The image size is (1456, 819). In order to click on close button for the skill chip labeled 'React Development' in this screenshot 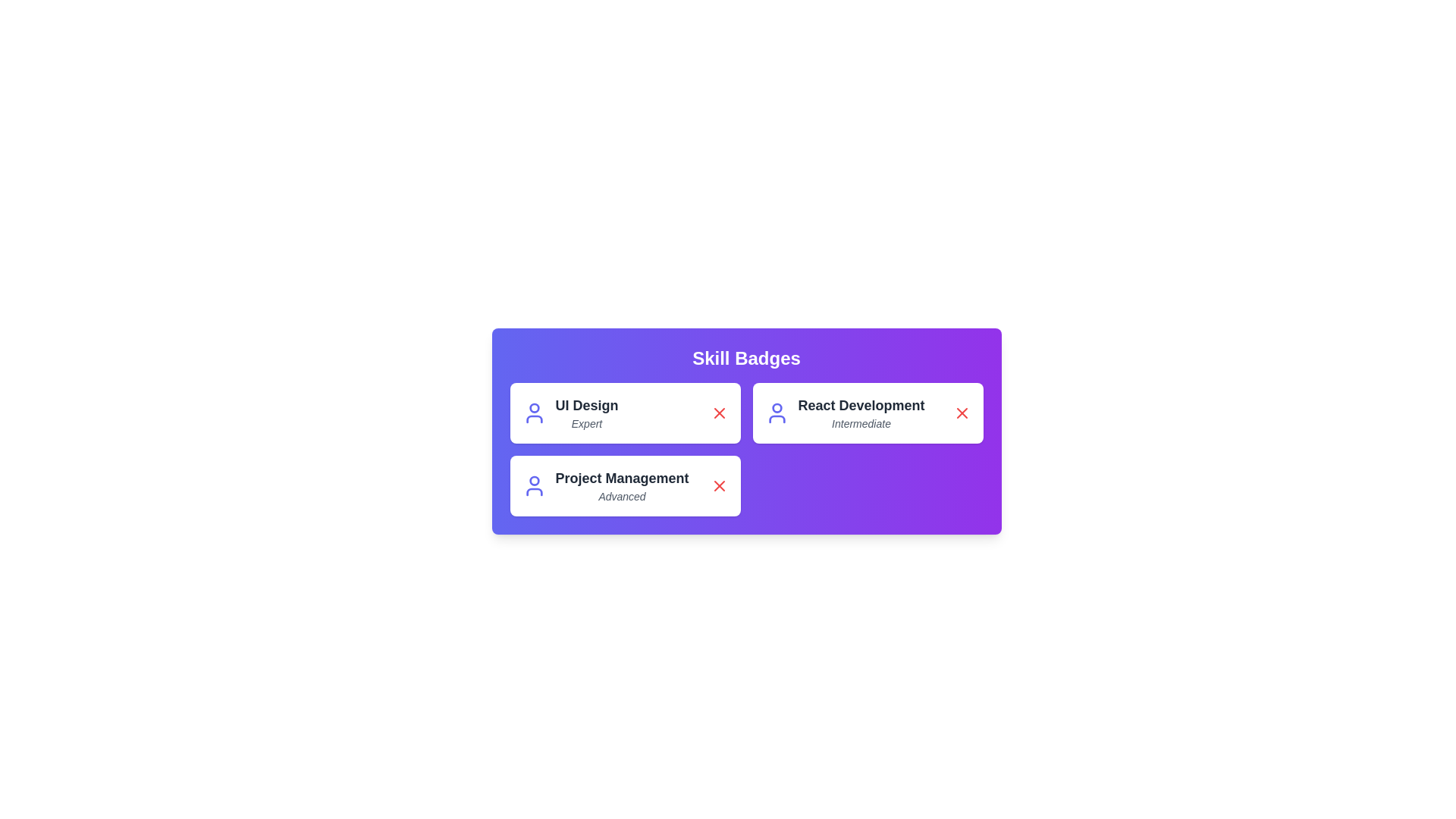, I will do `click(961, 413)`.